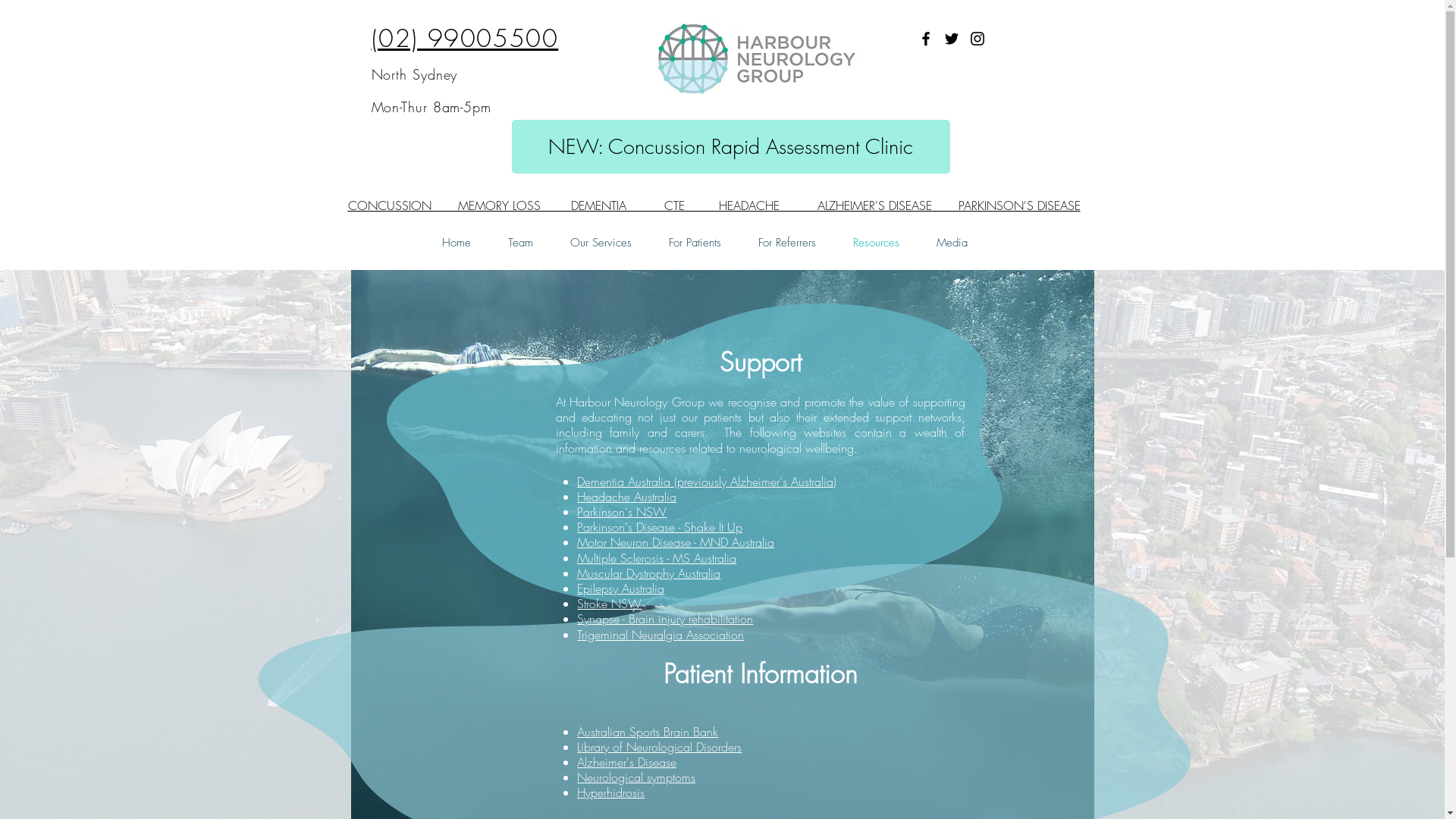 Image resolution: width=1456 pixels, height=819 pixels. Describe the element at coordinates (626, 497) in the screenshot. I see `'Headache Australia'` at that location.